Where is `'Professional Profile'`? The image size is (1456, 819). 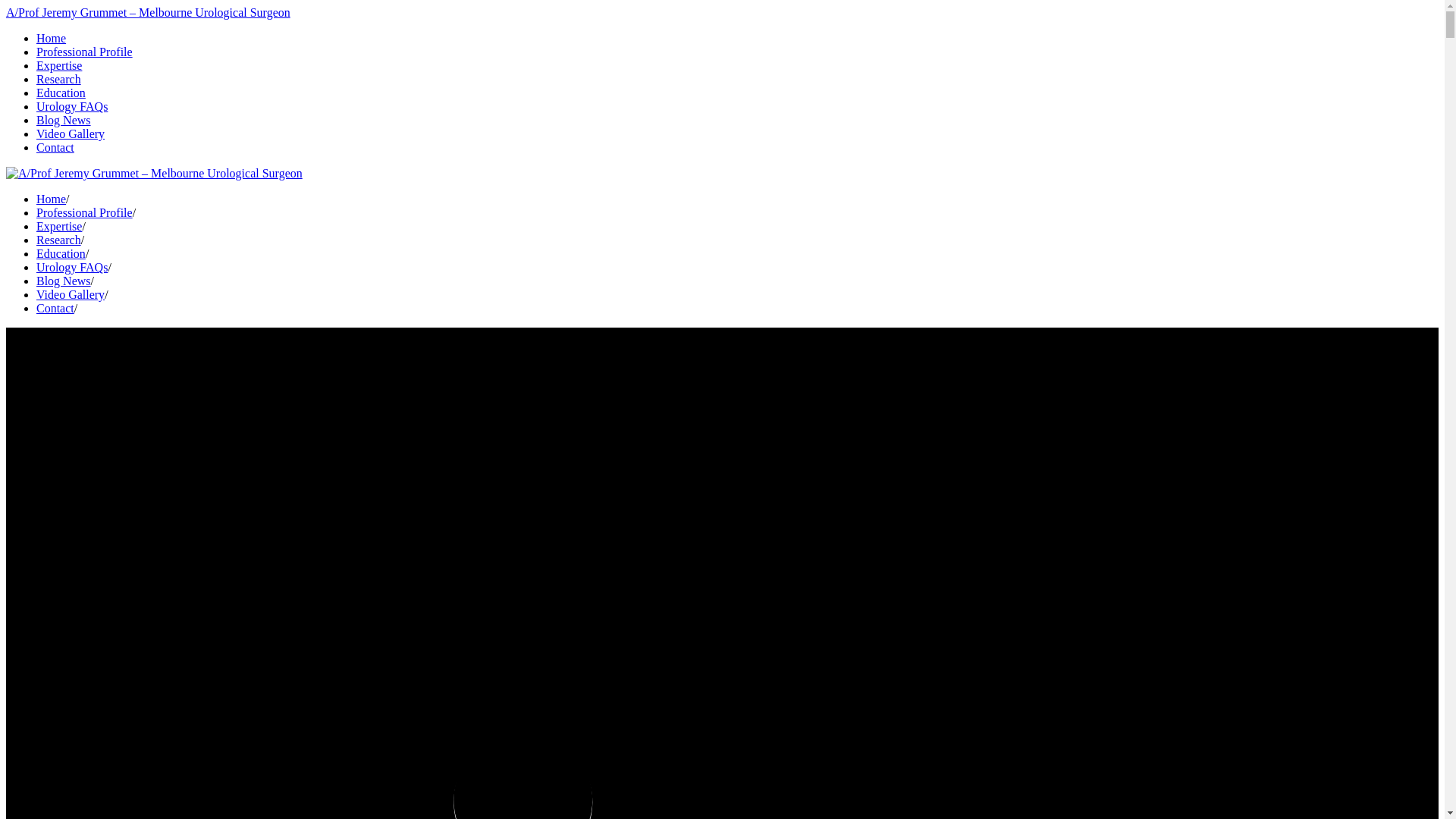
'Professional Profile' is located at coordinates (83, 212).